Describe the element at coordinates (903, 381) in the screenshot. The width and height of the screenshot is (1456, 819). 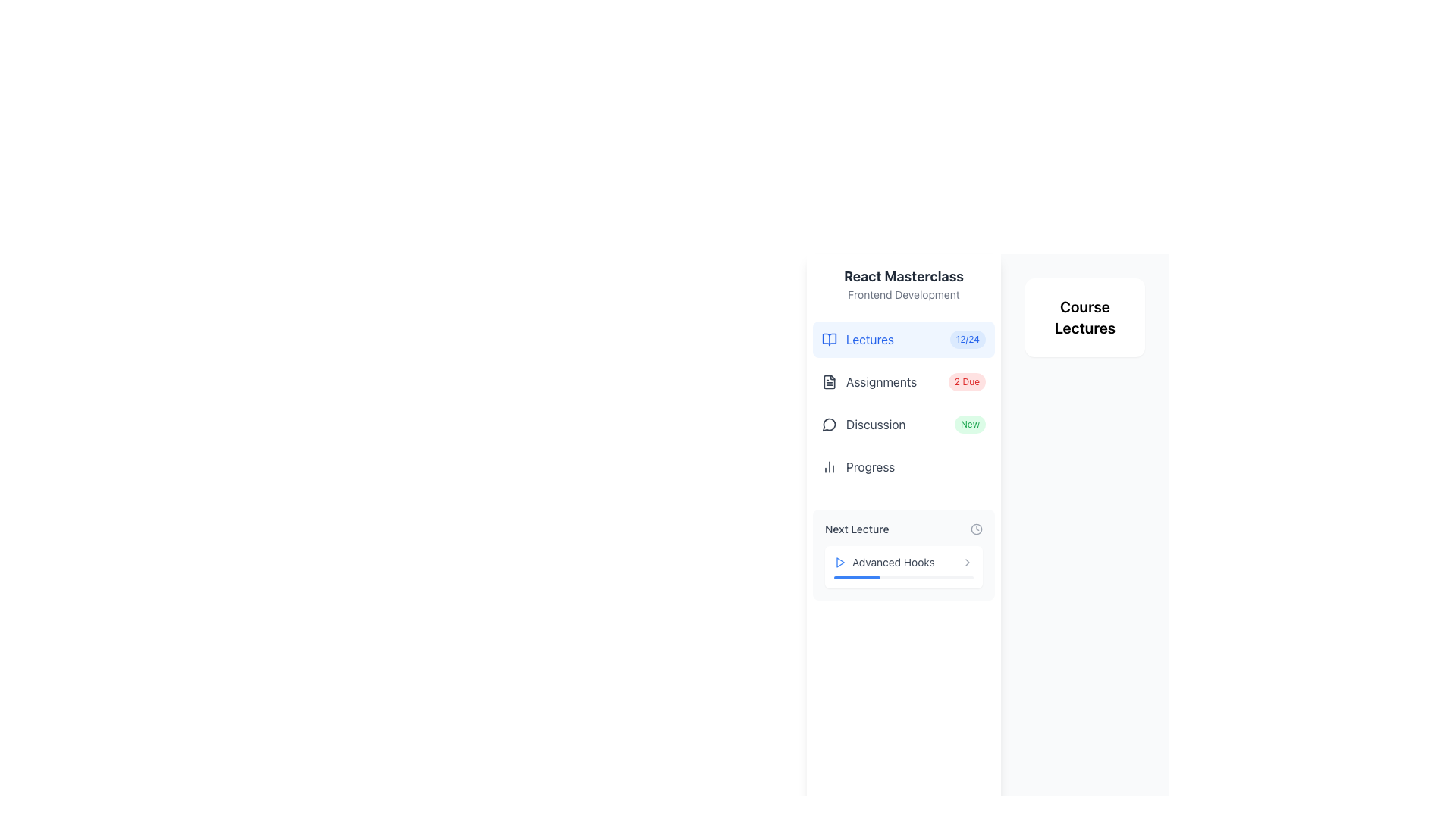
I see `the interactive list item labeled 'Assignments'` at that location.